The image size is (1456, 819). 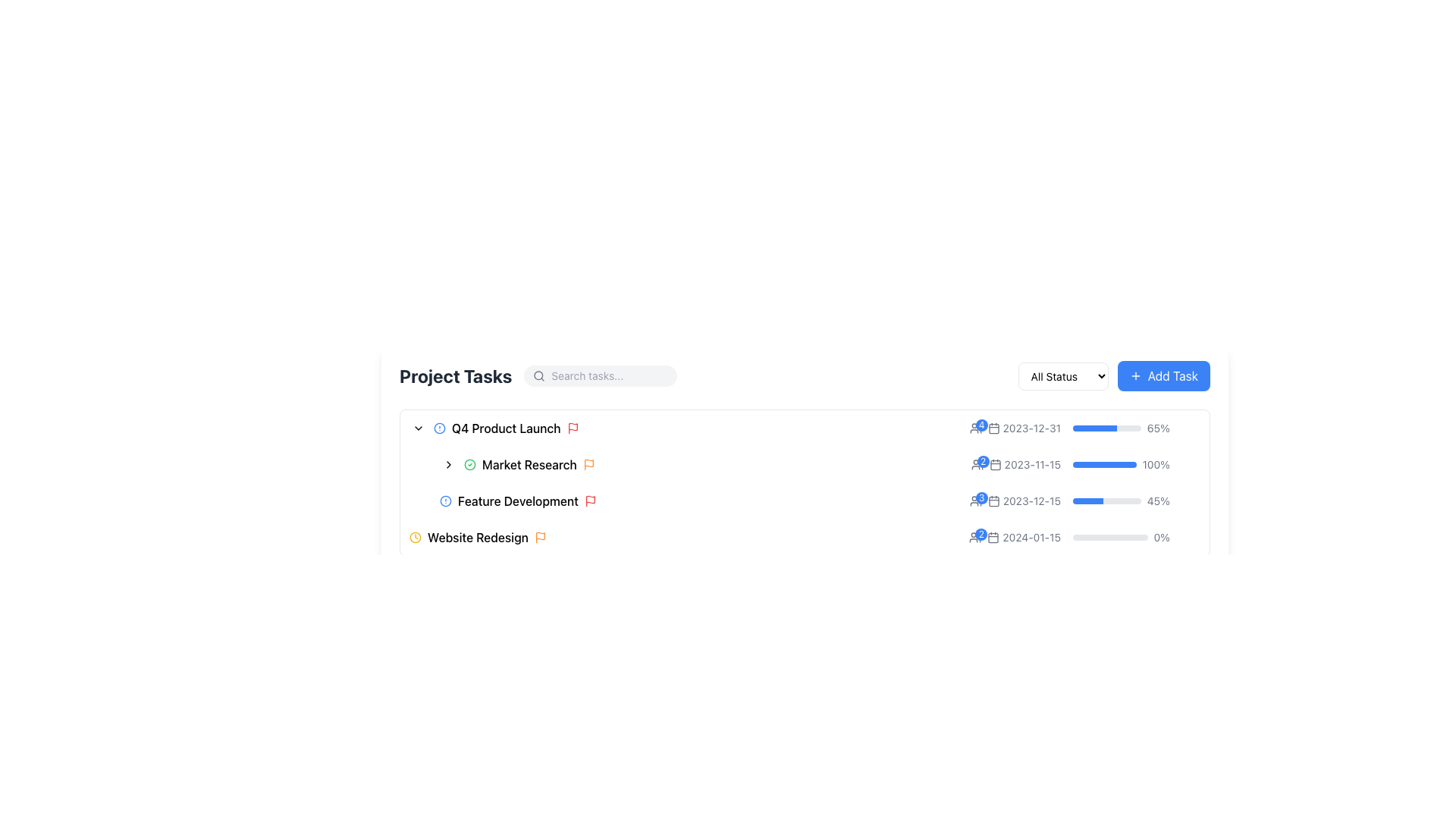 I want to click on the circular element with a yellow outline representing the outer ring of a clock icon in the 'Website Redesign' task row, located in the 'Project Tasks' table section, rightmost column, so click(x=415, y=537).